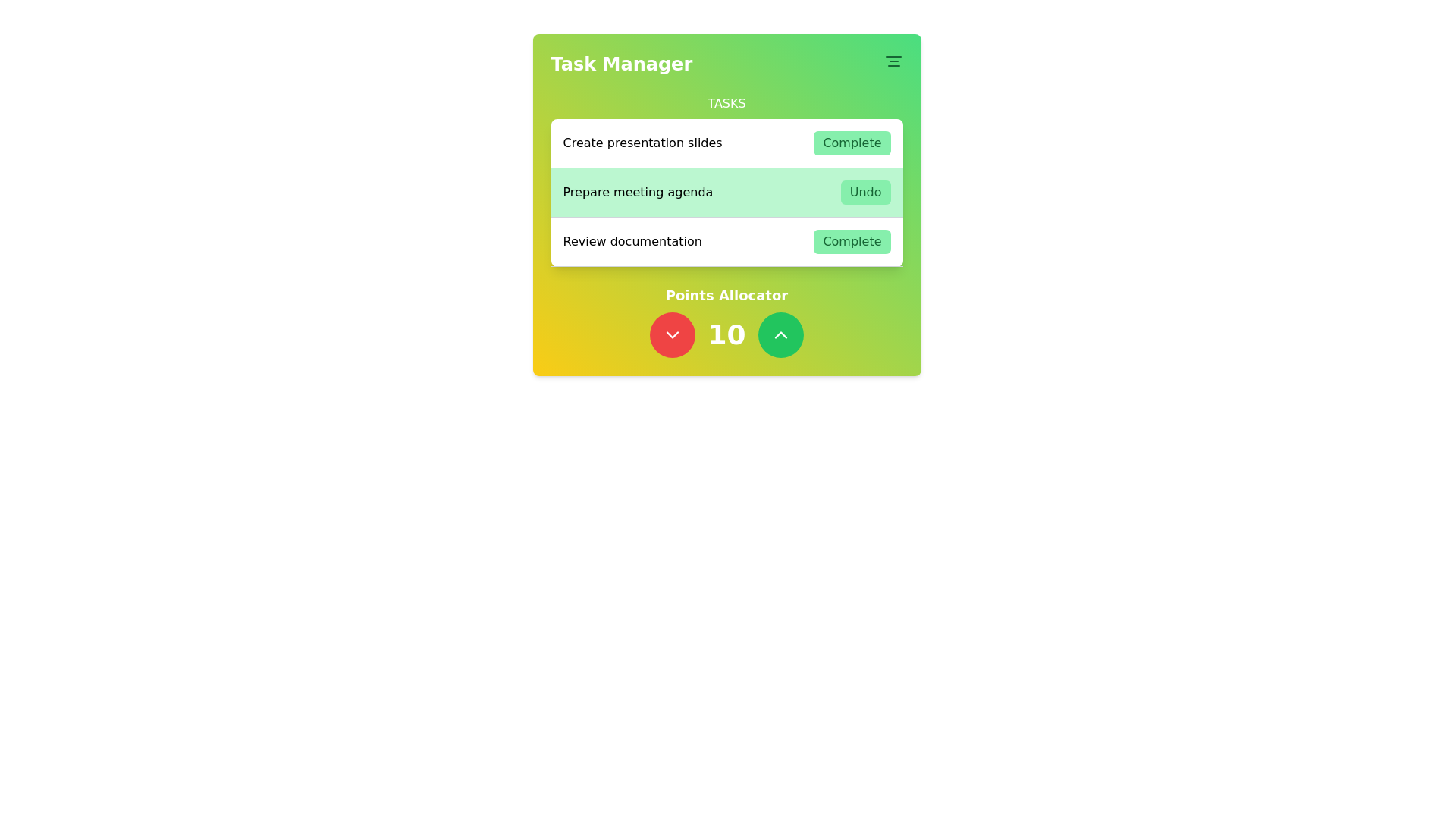 Image resolution: width=1456 pixels, height=819 pixels. Describe the element at coordinates (638, 192) in the screenshot. I see `the text label reading 'Prepare meeting agenda', which is displayed in bold black font on a light green background, located under the main heading 'Tasks' and aligned with the 'Undo' button` at that location.